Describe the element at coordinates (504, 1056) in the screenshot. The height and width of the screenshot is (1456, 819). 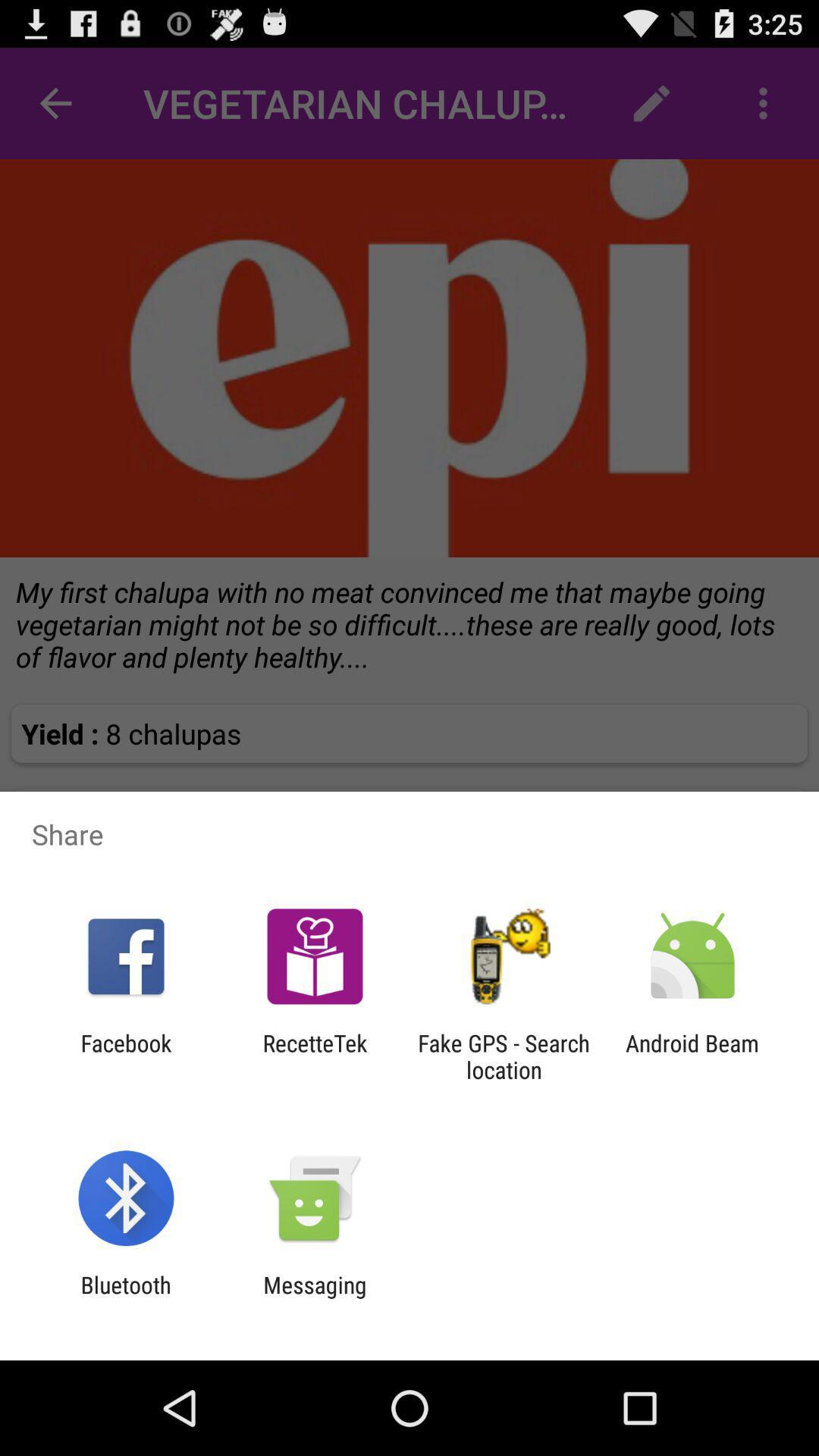
I see `the item to the right of the recettetek item` at that location.